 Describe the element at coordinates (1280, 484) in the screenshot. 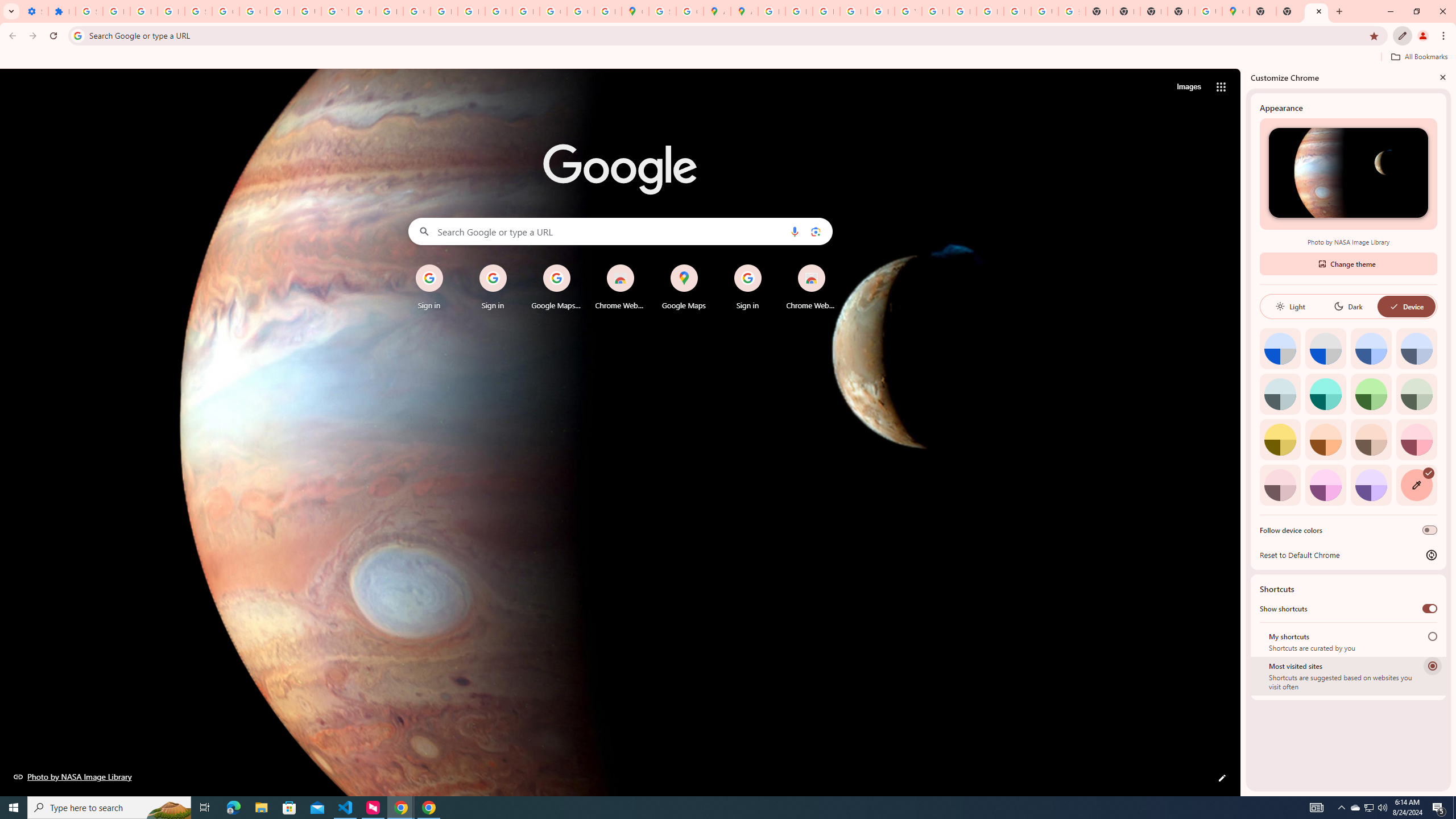

I see `'Pink'` at that location.